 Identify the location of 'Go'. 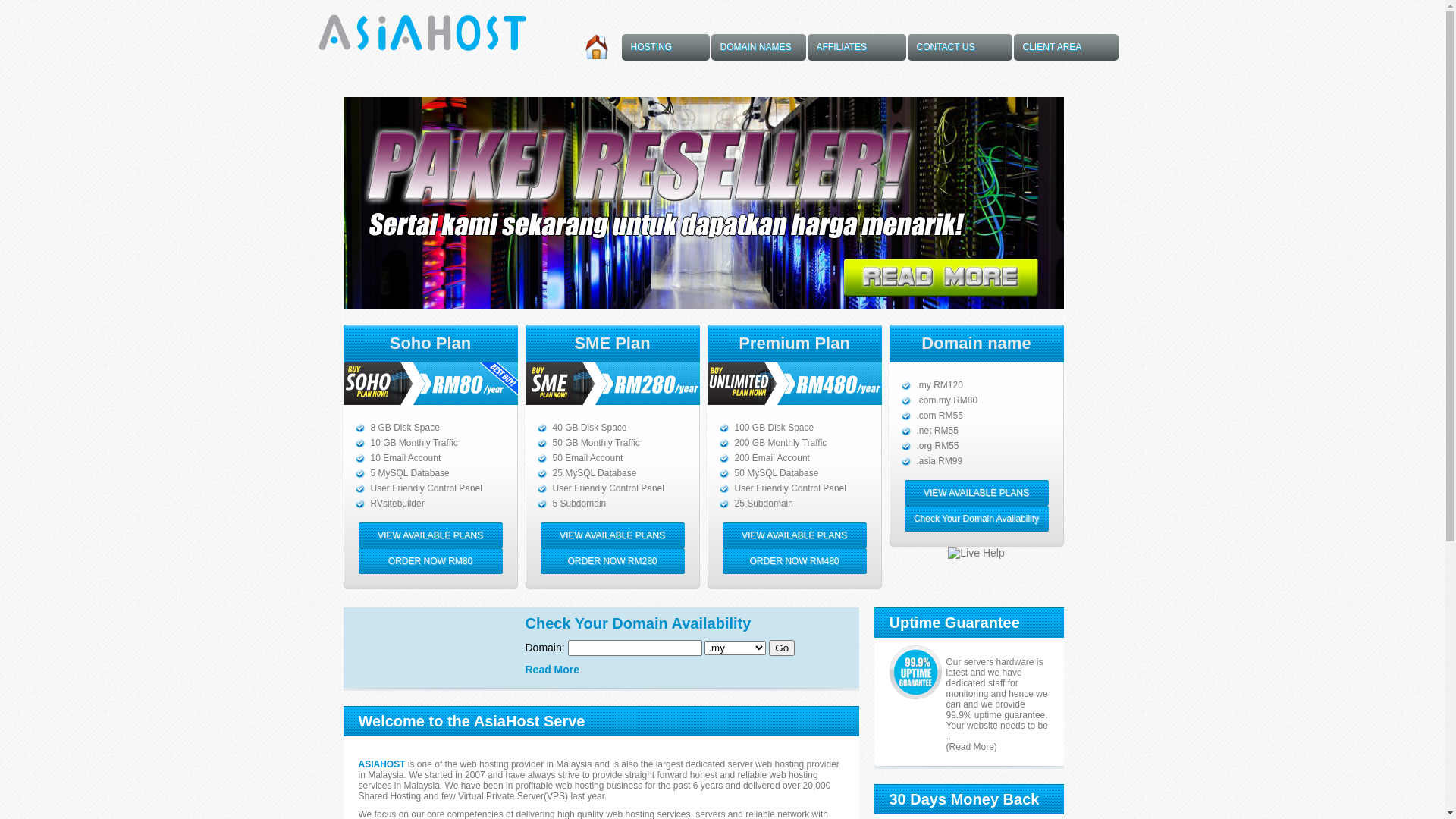
(768, 648).